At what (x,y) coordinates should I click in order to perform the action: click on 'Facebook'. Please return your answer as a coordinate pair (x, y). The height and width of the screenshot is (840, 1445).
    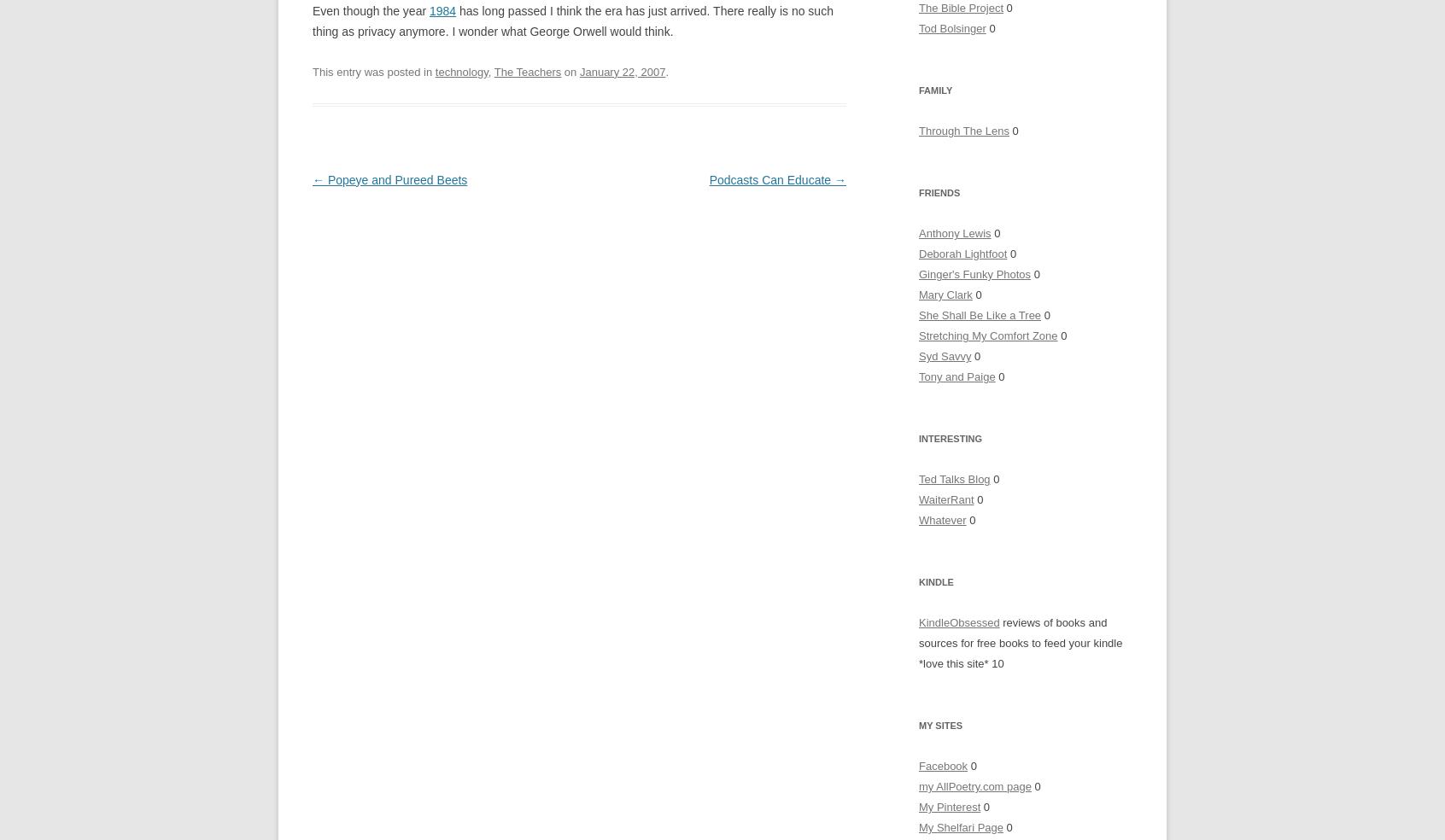
    Looking at the image, I should click on (943, 766).